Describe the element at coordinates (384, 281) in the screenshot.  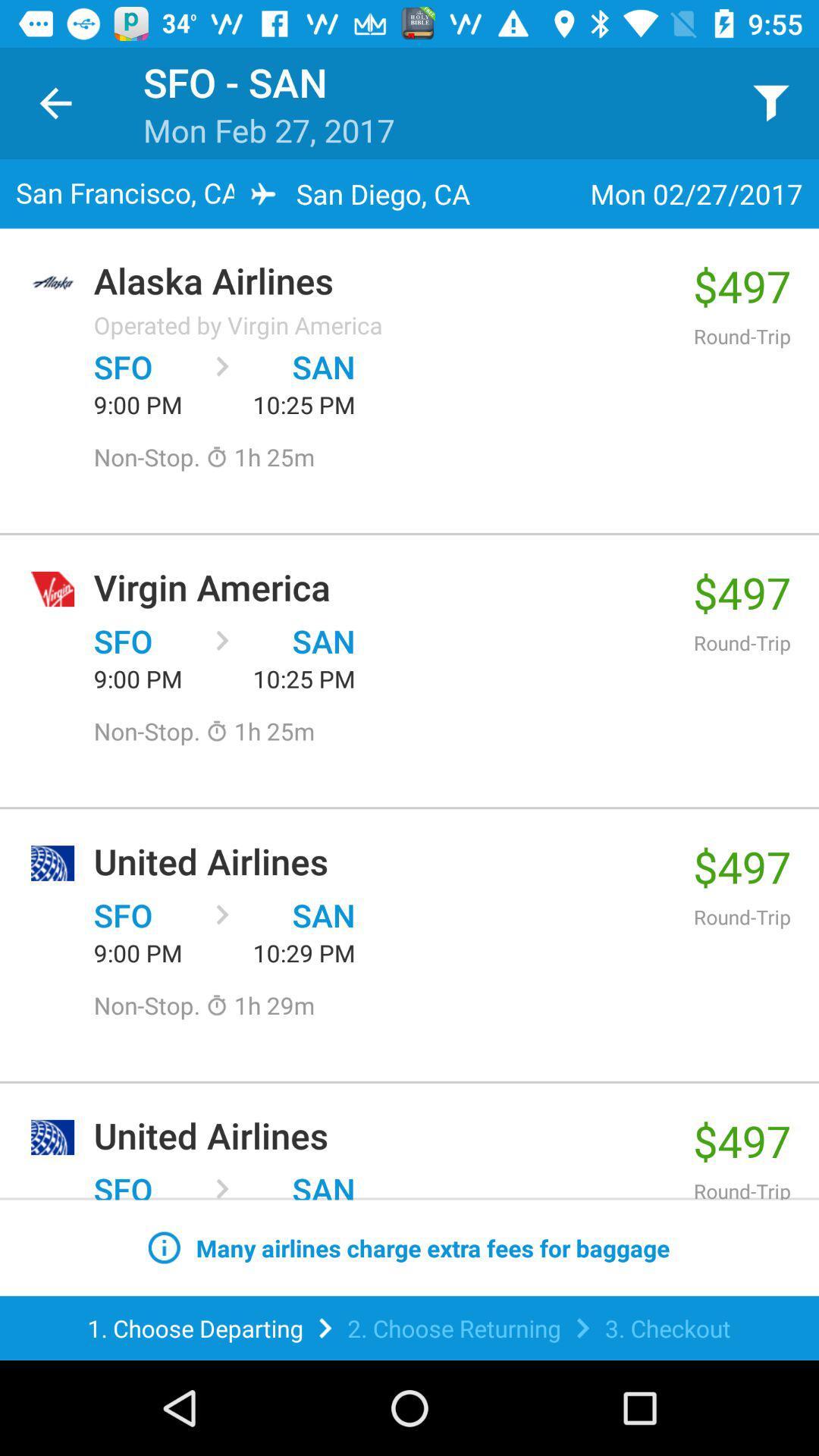
I see `the item to the left of $497 item` at that location.